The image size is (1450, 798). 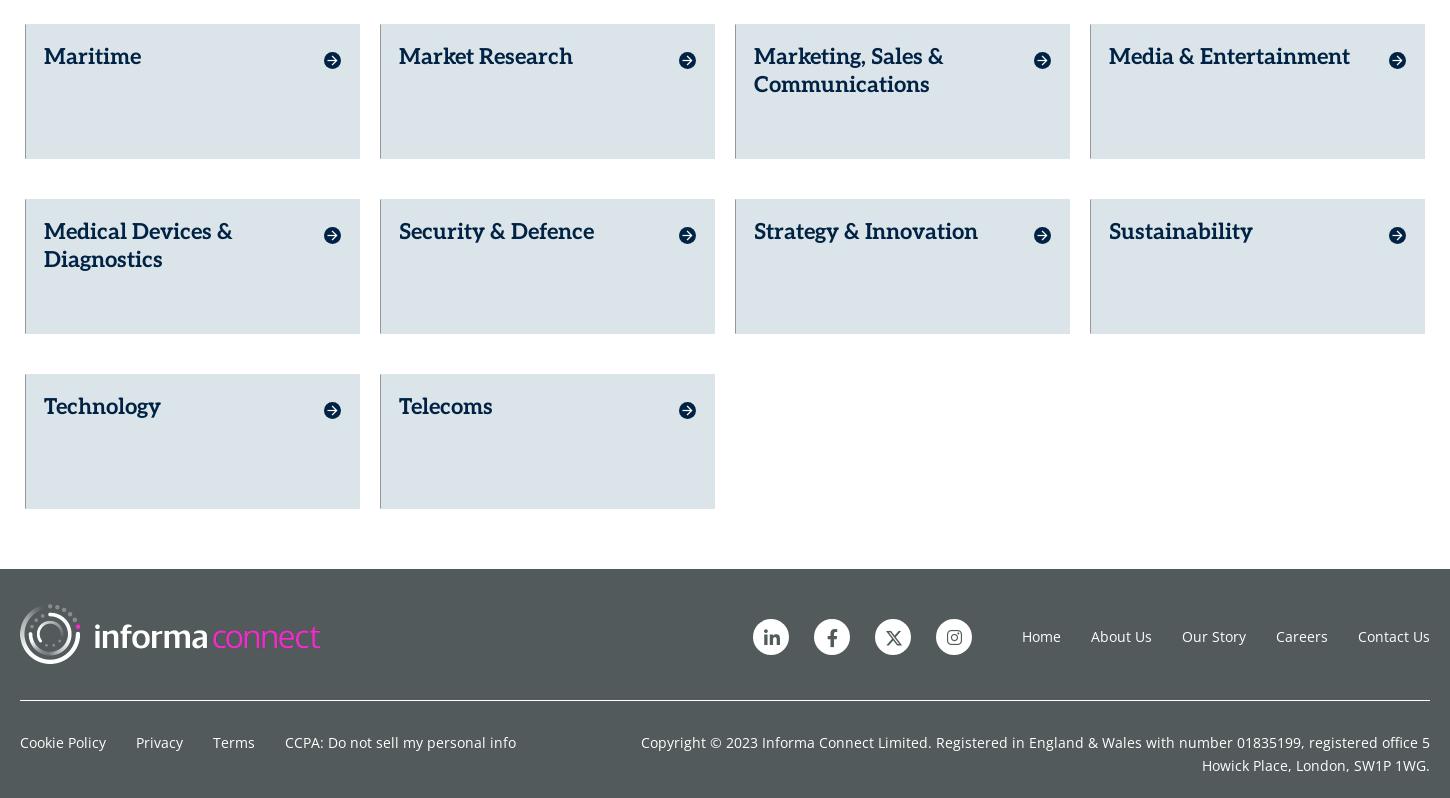 I want to click on 'Market Research', so click(x=486, y=48).